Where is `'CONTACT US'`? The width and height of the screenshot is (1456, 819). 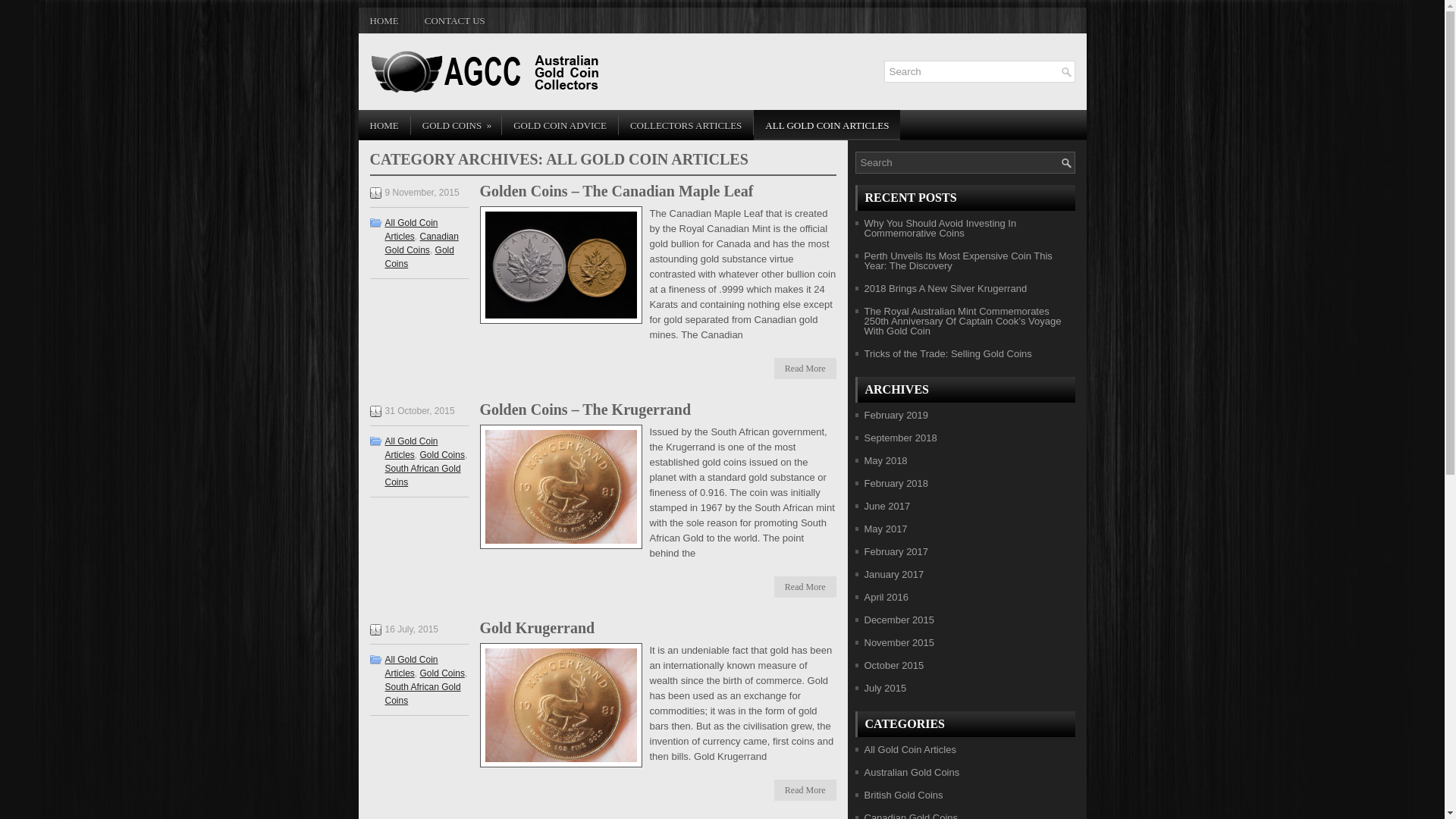 'CONTACT US' is located at coordinates (454, 20).